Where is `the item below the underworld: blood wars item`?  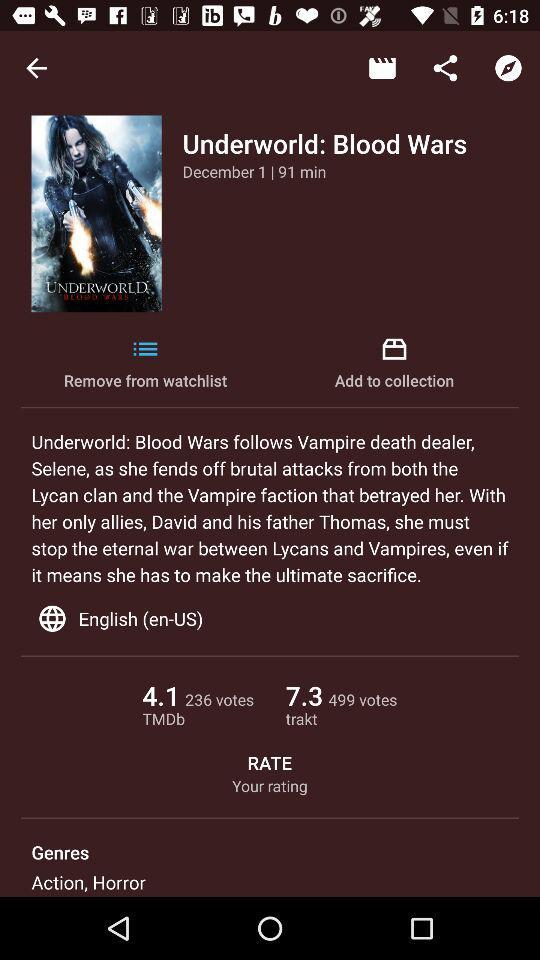
the item below the underworld: blood wars item is located at coordinates (254, 170).